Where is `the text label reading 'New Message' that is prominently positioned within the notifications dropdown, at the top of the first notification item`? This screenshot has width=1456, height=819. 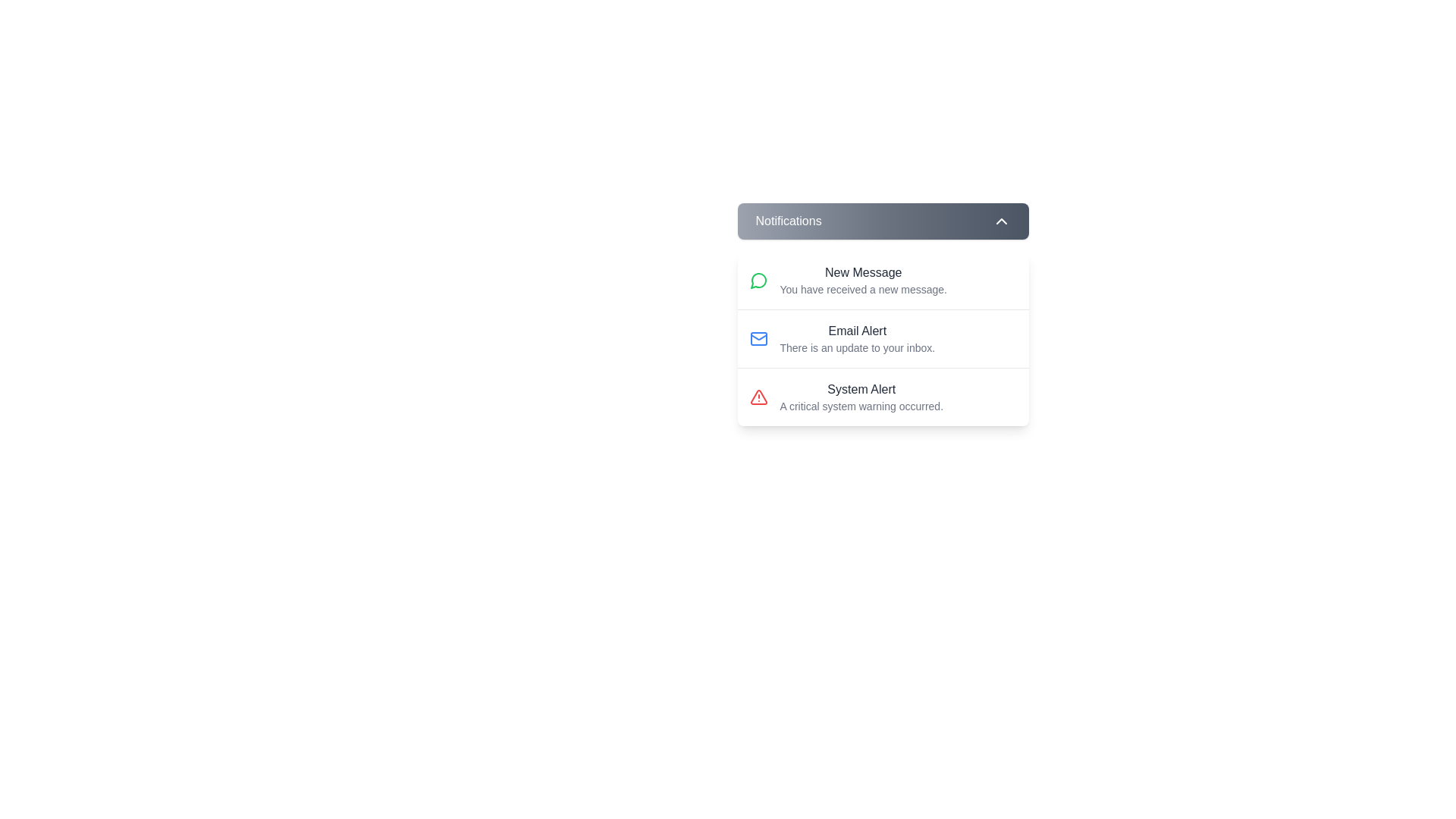
the text label reading 'New Message' that is prominently positioned within the notifications dropdown, at the top of the first notification item is located at coordinates (863, 271).